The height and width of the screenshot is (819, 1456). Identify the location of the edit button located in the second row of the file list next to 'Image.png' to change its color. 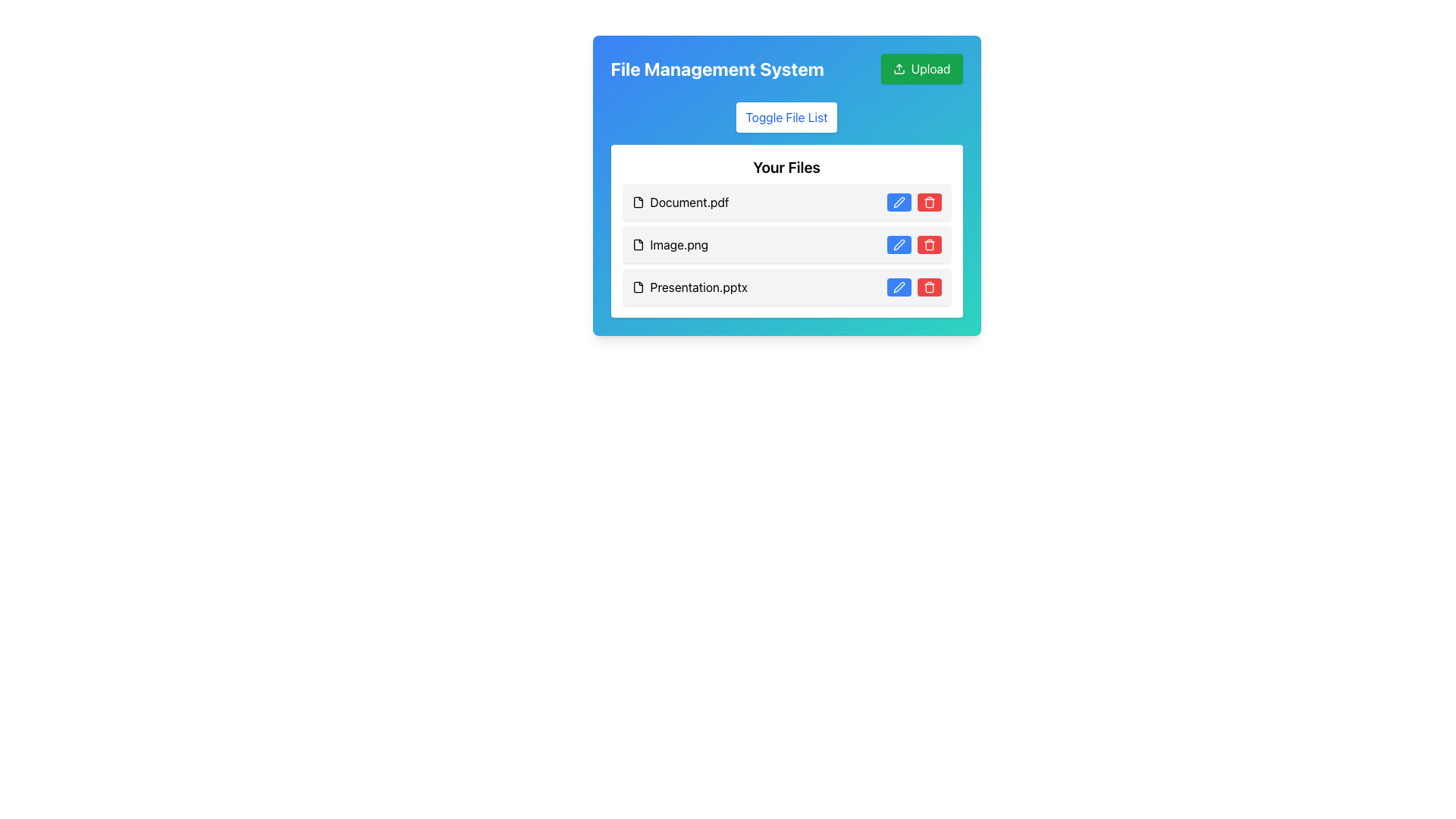
(899, 244).